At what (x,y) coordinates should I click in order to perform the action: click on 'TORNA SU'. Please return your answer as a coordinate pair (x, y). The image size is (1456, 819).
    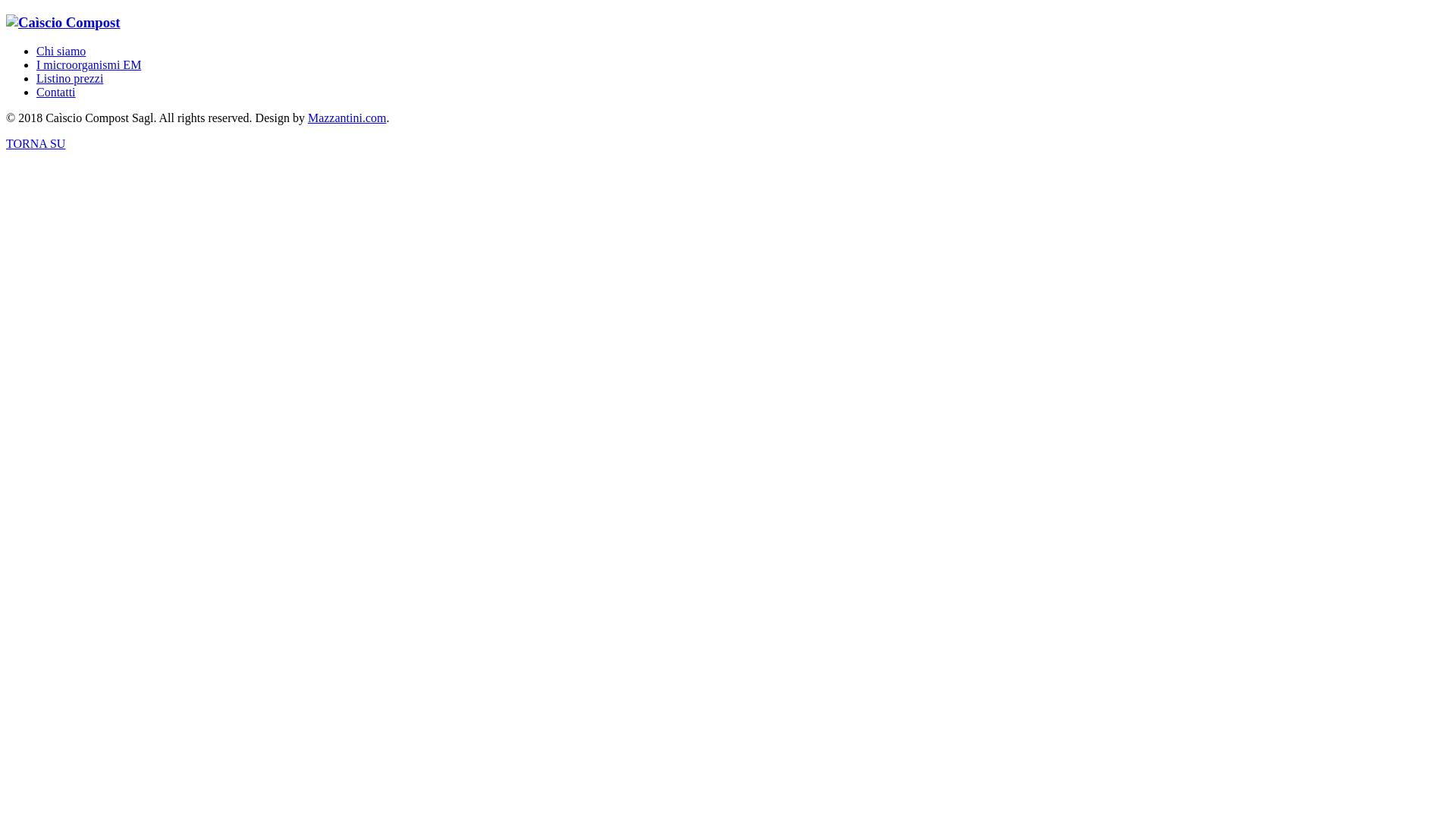
    Looking at the image, I should click on (36, 143).